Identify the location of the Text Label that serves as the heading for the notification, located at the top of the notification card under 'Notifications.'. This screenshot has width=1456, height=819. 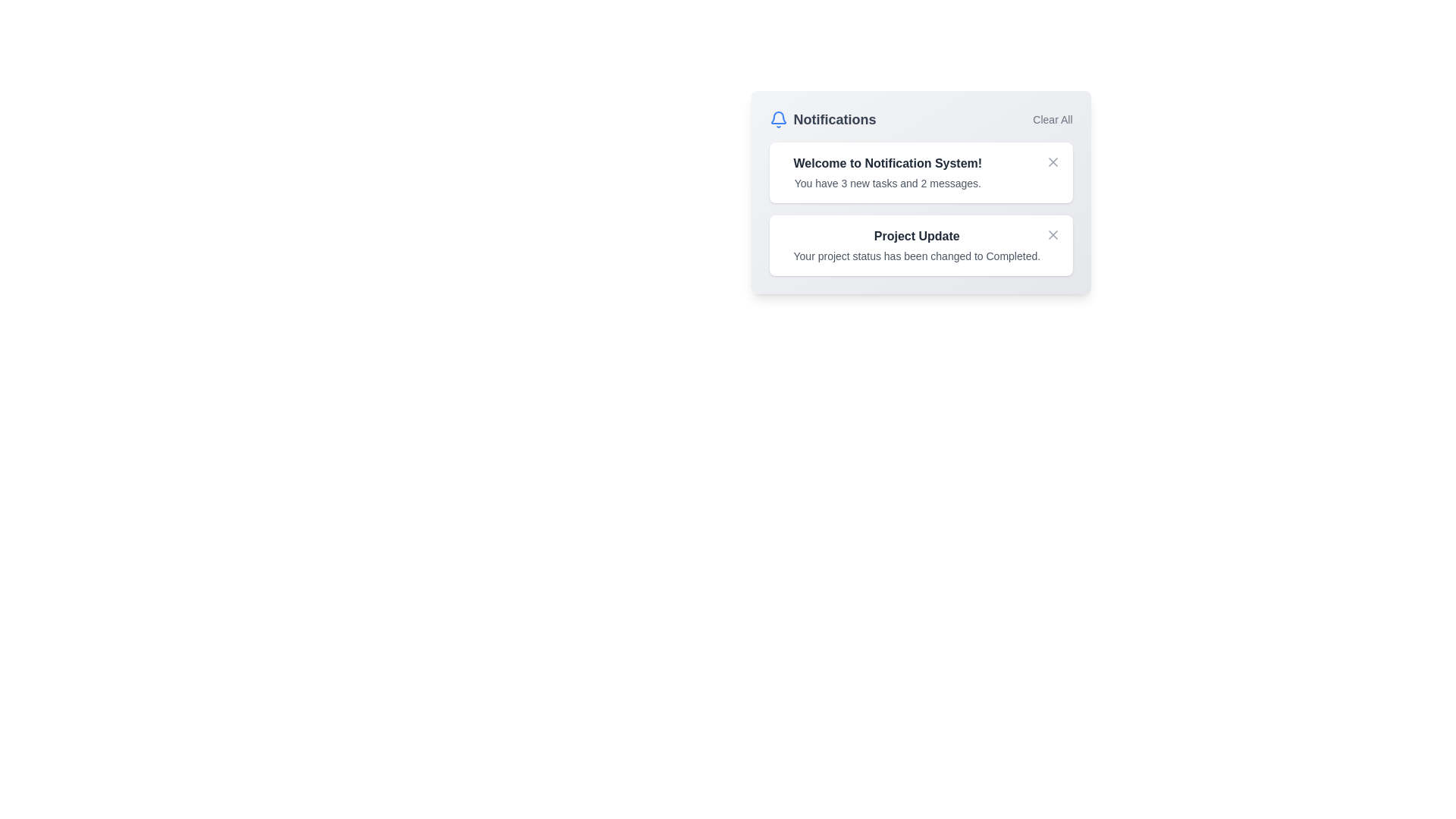
(916, 237).